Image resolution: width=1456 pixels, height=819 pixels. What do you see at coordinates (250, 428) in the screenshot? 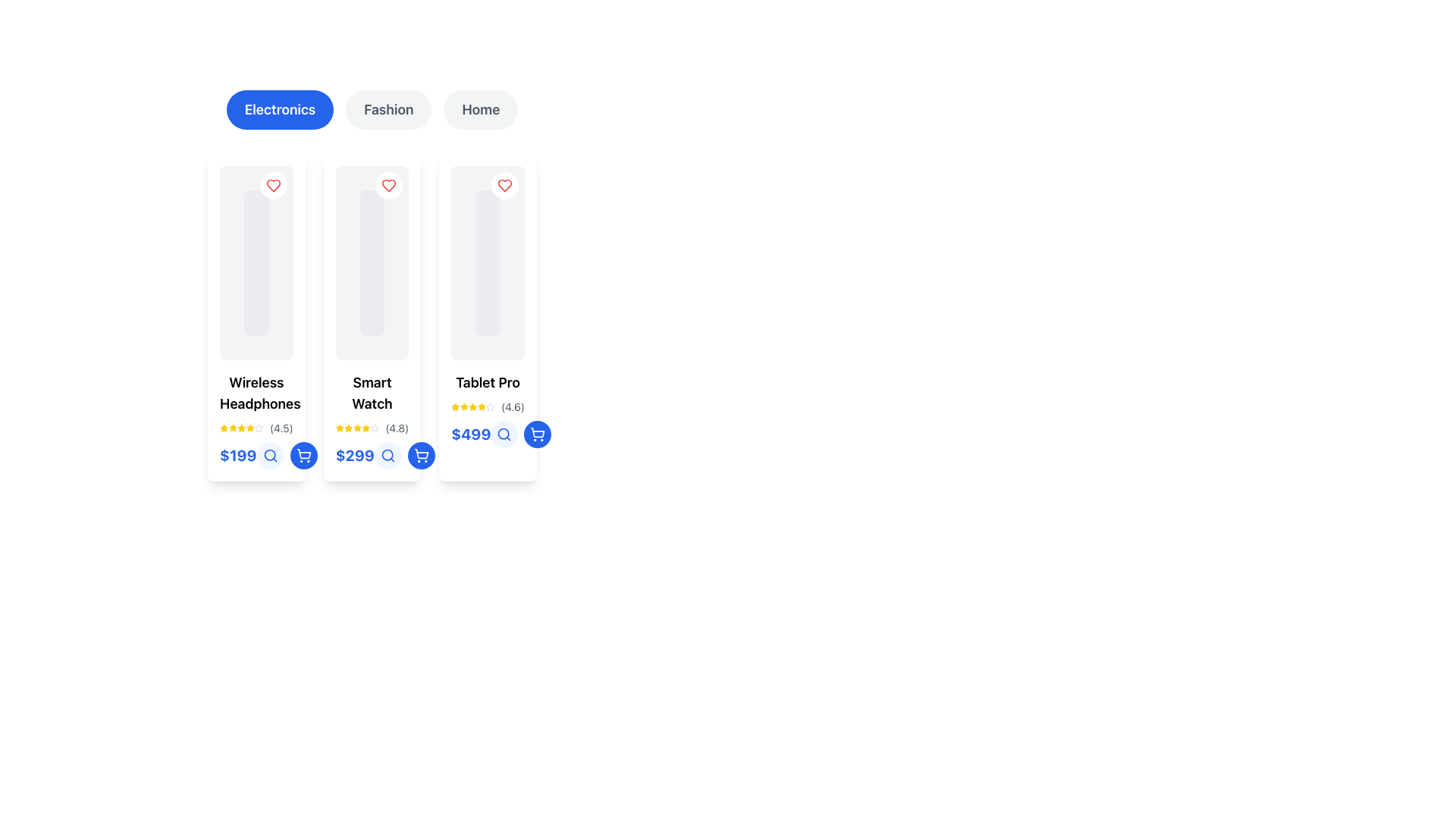
I see `the bright yellow filled star icon representing a single rating star, which is the fifth star in the rating sequence for 'Wireless Headphones'` at bounding box center [250, 428].